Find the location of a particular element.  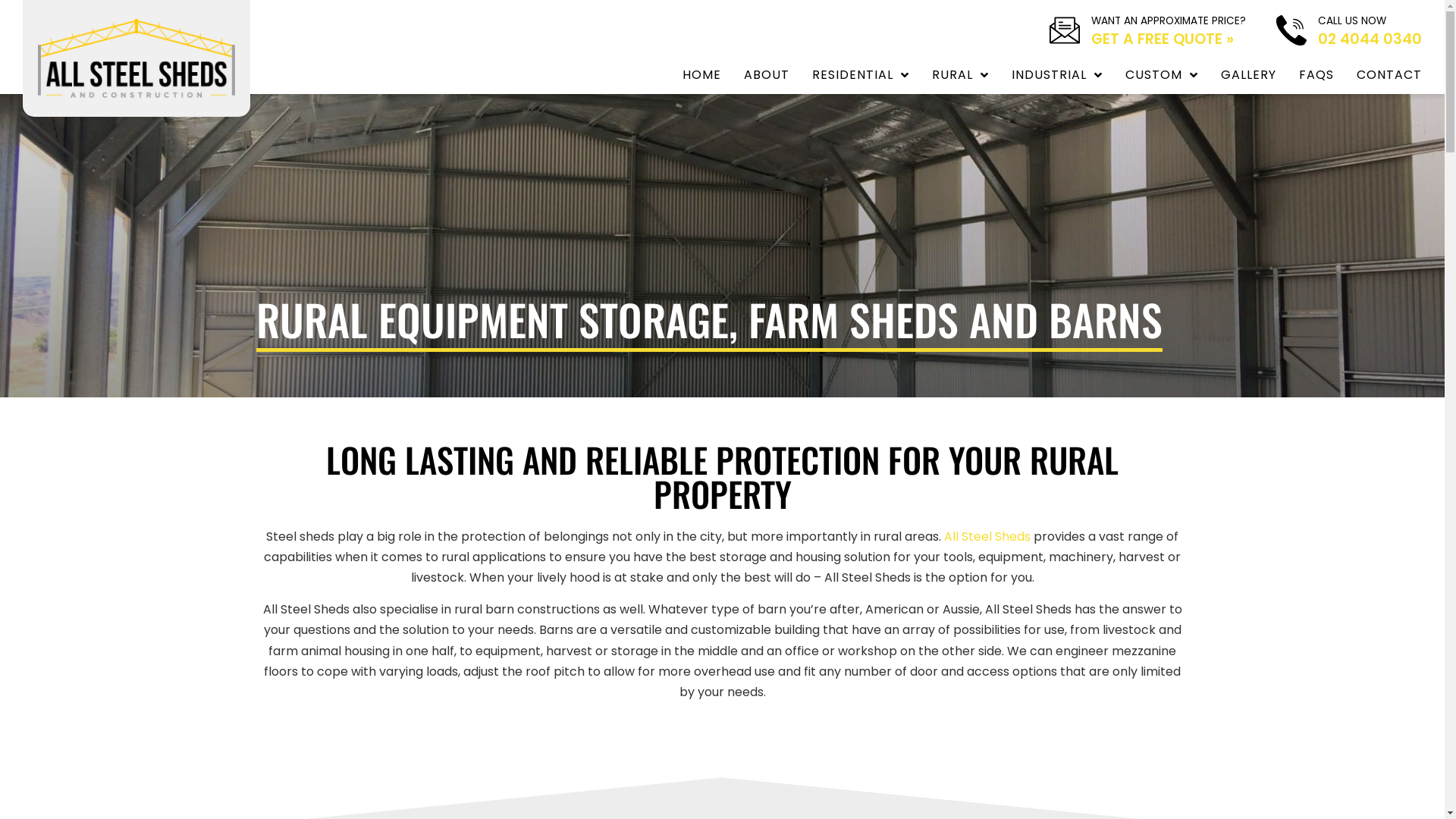

'FAQS' is located at coordinates (1316, 75).